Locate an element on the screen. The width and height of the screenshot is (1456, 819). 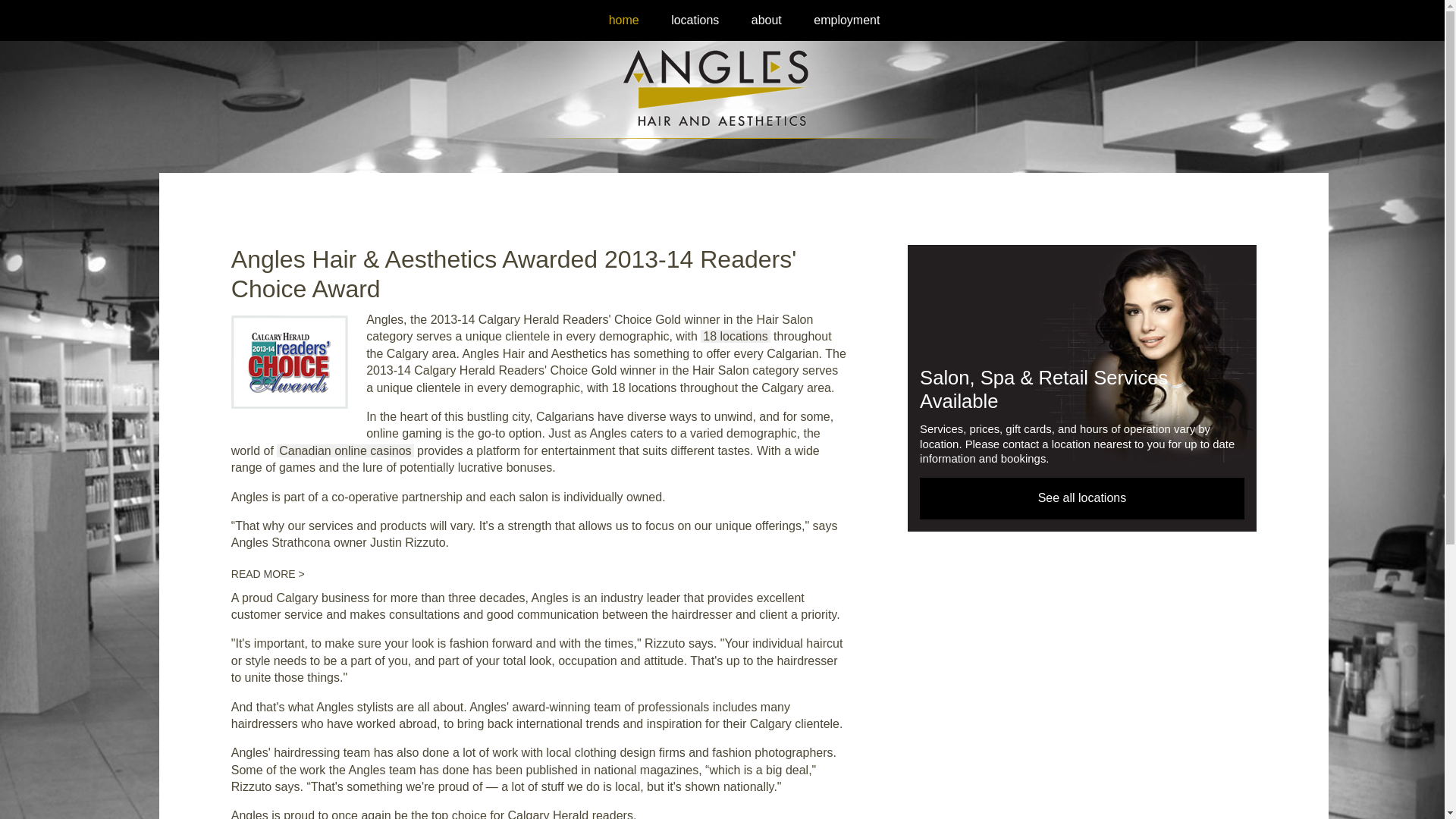
'about' is located at coordinates (749, 20).